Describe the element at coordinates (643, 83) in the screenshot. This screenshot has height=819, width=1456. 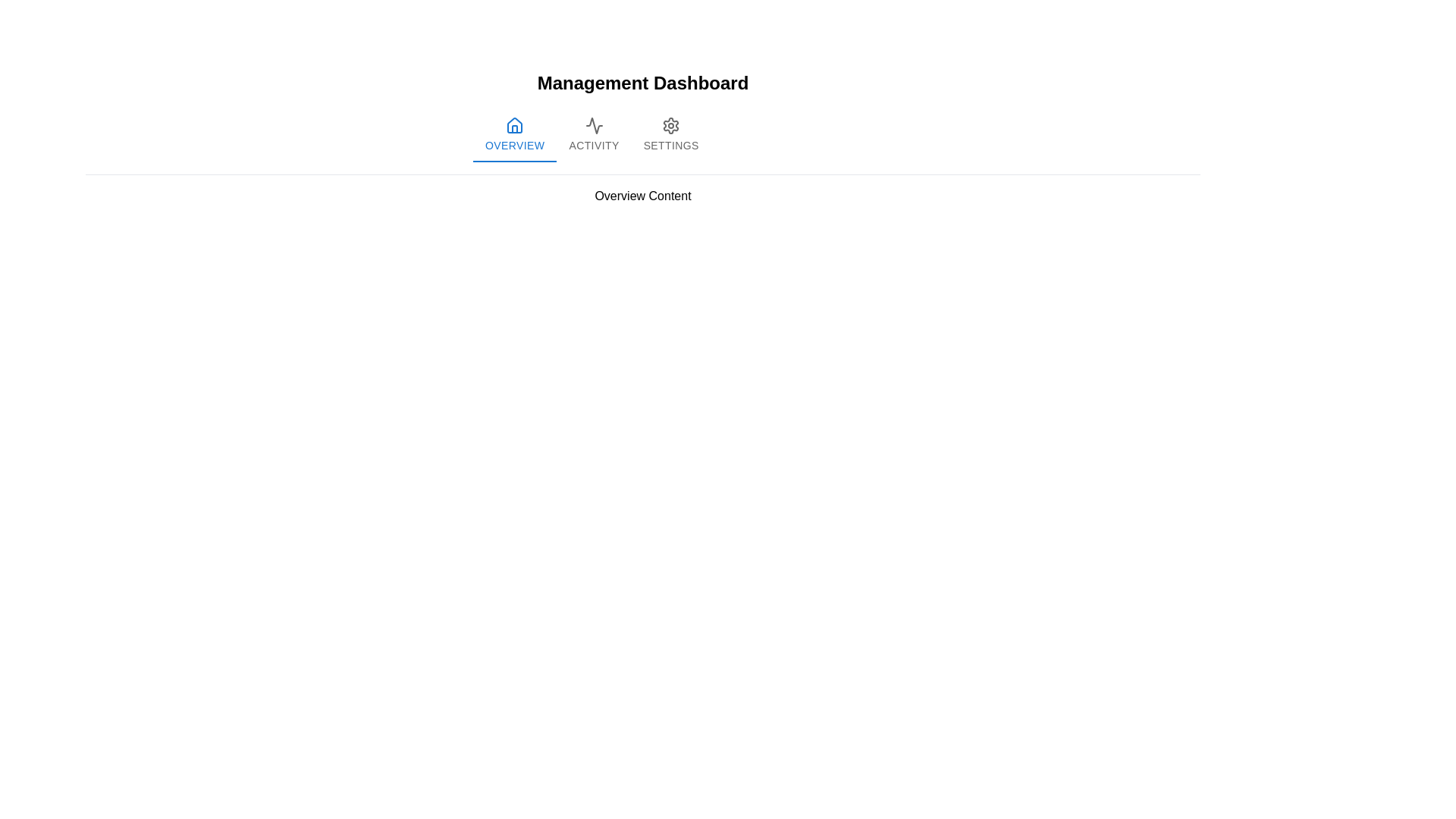
I see `the Text Header element located at the top center of the page, which serves as the title for the management dashboard section` at that location.